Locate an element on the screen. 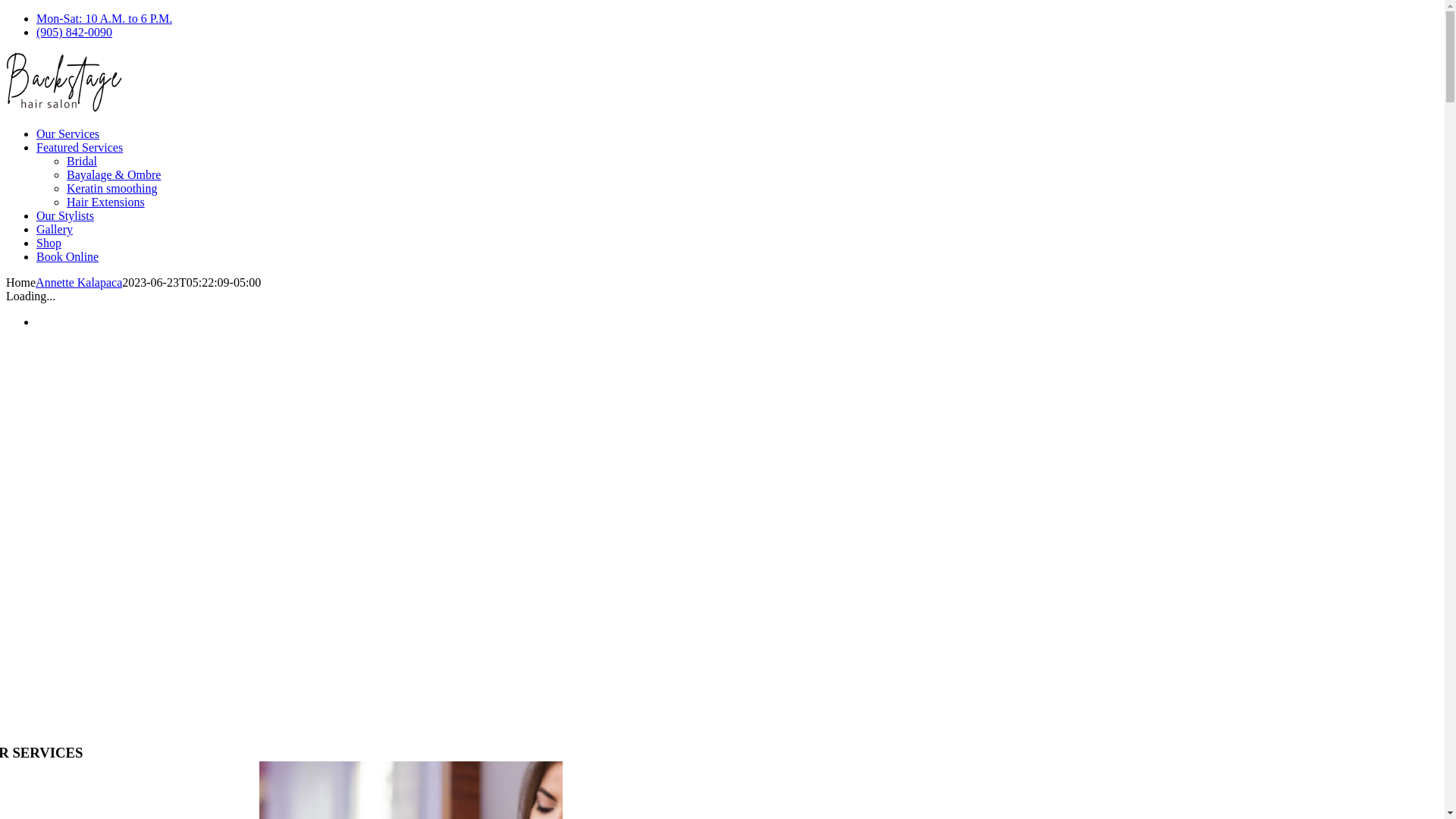  'Bridal' is located at coordinates (65, 161).